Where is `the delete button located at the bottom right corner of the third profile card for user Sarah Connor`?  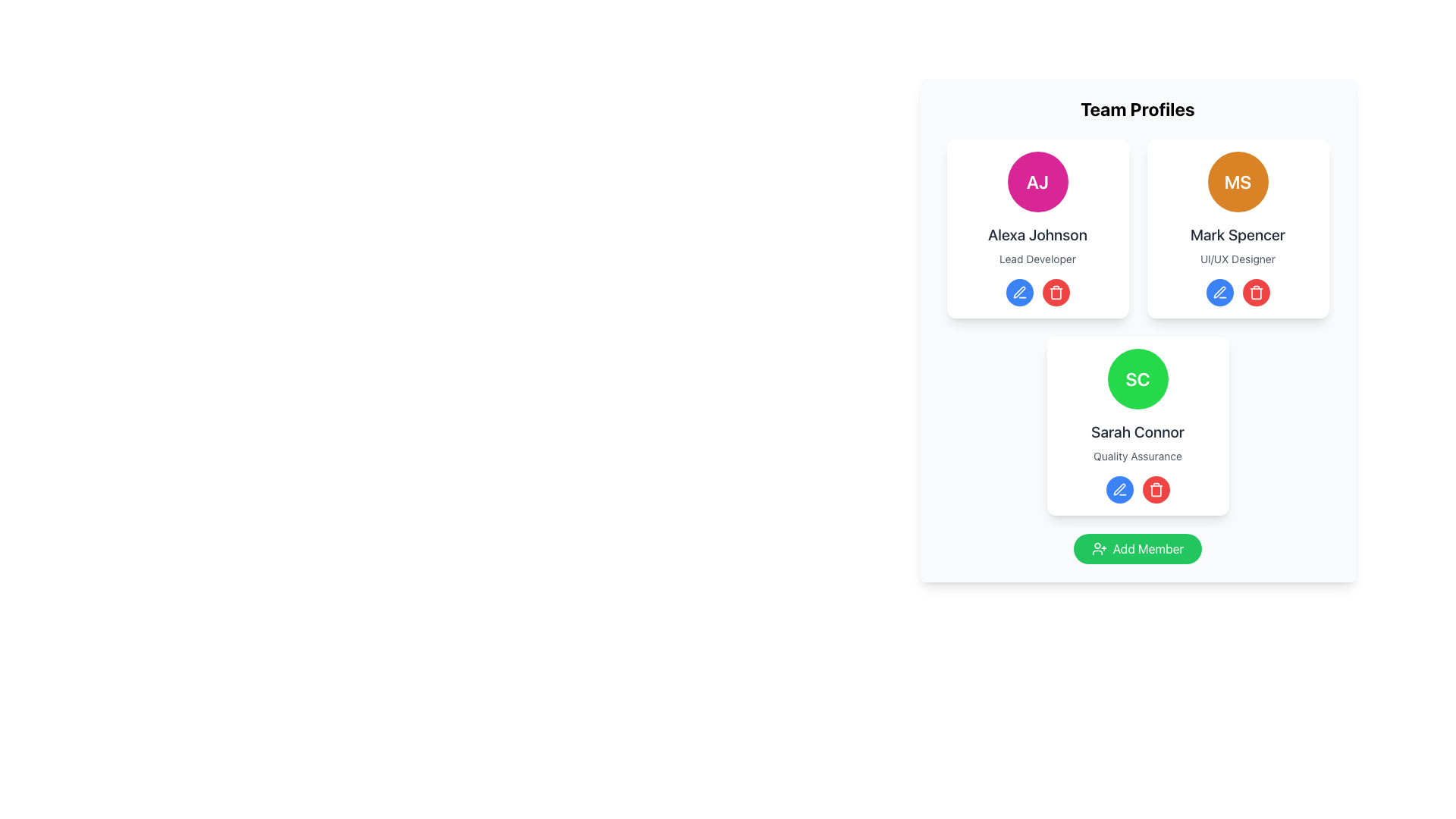 the delete button located at the bottom right corner of the third profile card for user Sarah Connor is located at coordinates (1155, 489).